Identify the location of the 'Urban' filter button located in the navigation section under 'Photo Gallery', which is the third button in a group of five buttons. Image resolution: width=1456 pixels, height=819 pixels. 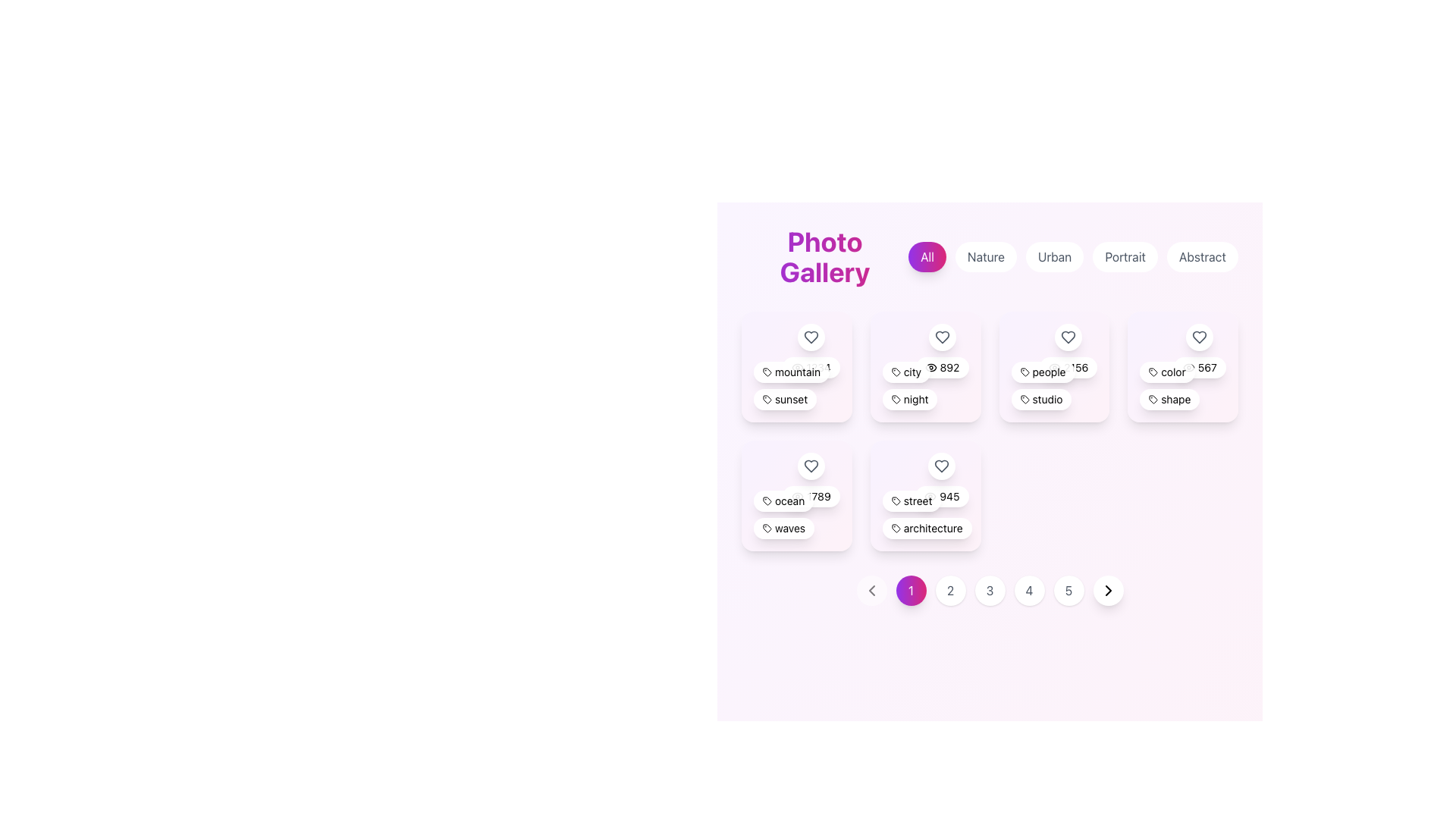
(1072, 256).